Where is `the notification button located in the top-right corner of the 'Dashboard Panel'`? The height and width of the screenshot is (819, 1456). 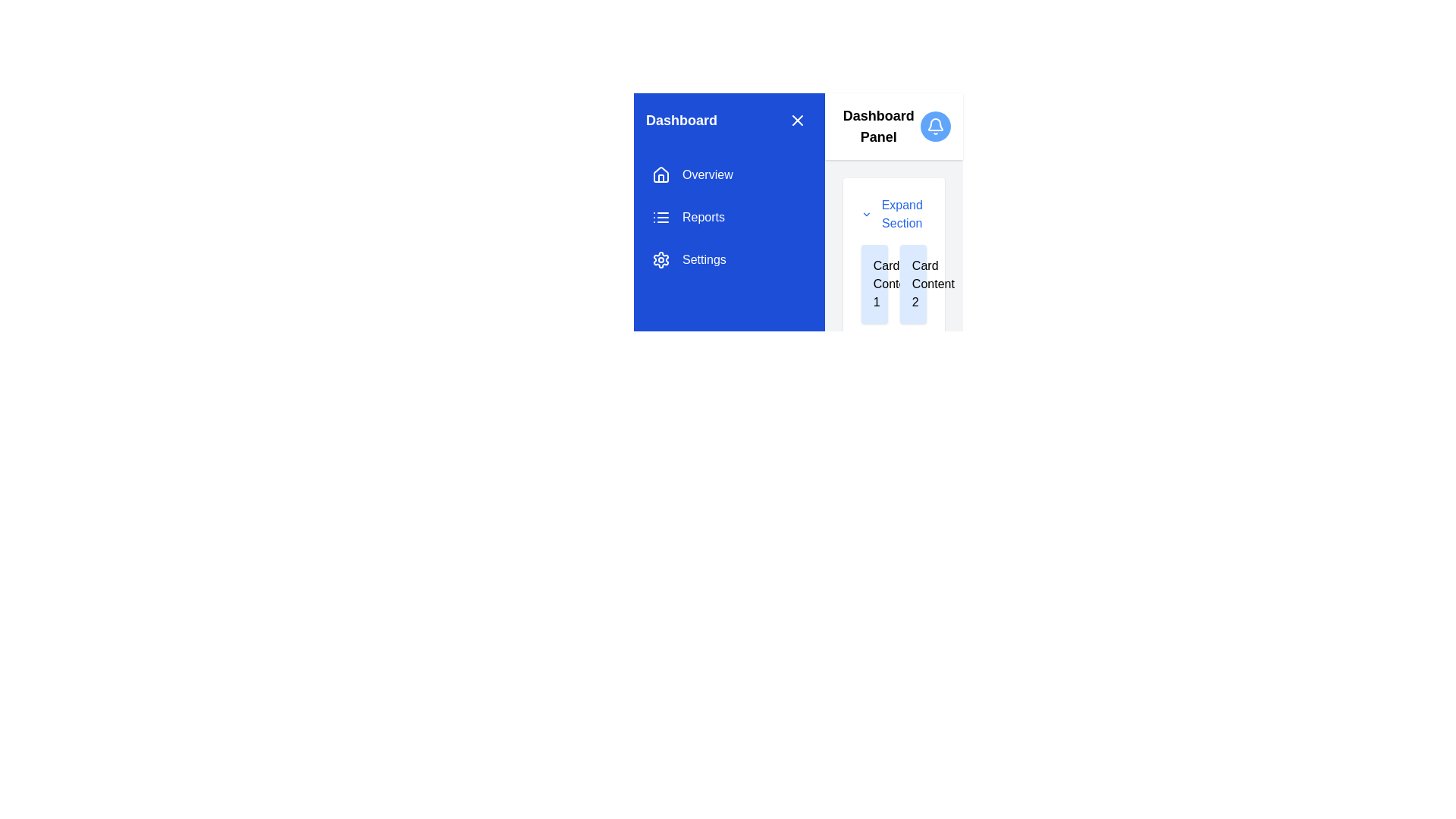
the notification button located in the top-right corner of the 'Dashboard Panel' is located at coordinates (934, 125).